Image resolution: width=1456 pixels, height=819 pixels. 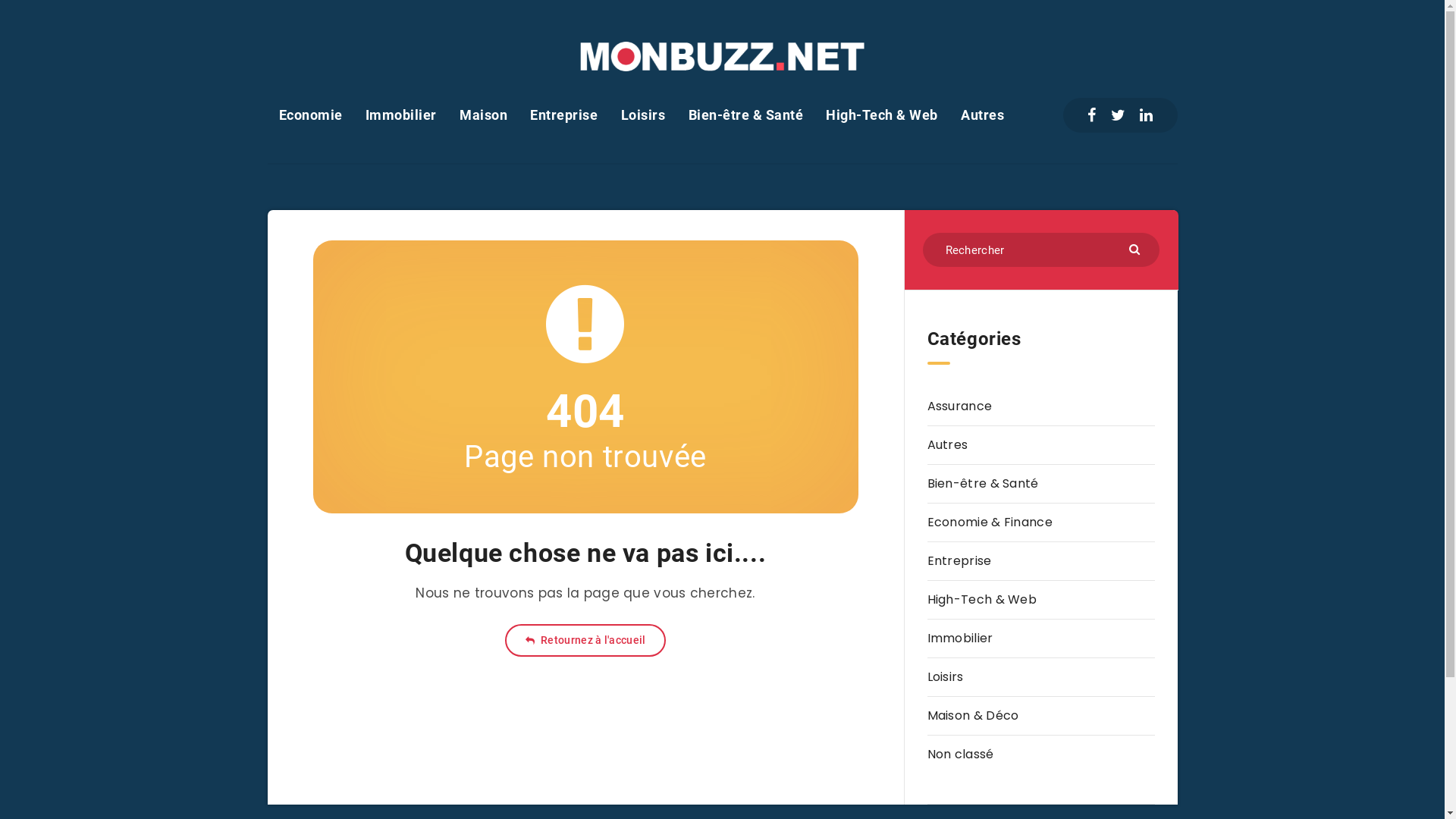 I want to click on 'Economie & Finance', so click(x=989, y=522).